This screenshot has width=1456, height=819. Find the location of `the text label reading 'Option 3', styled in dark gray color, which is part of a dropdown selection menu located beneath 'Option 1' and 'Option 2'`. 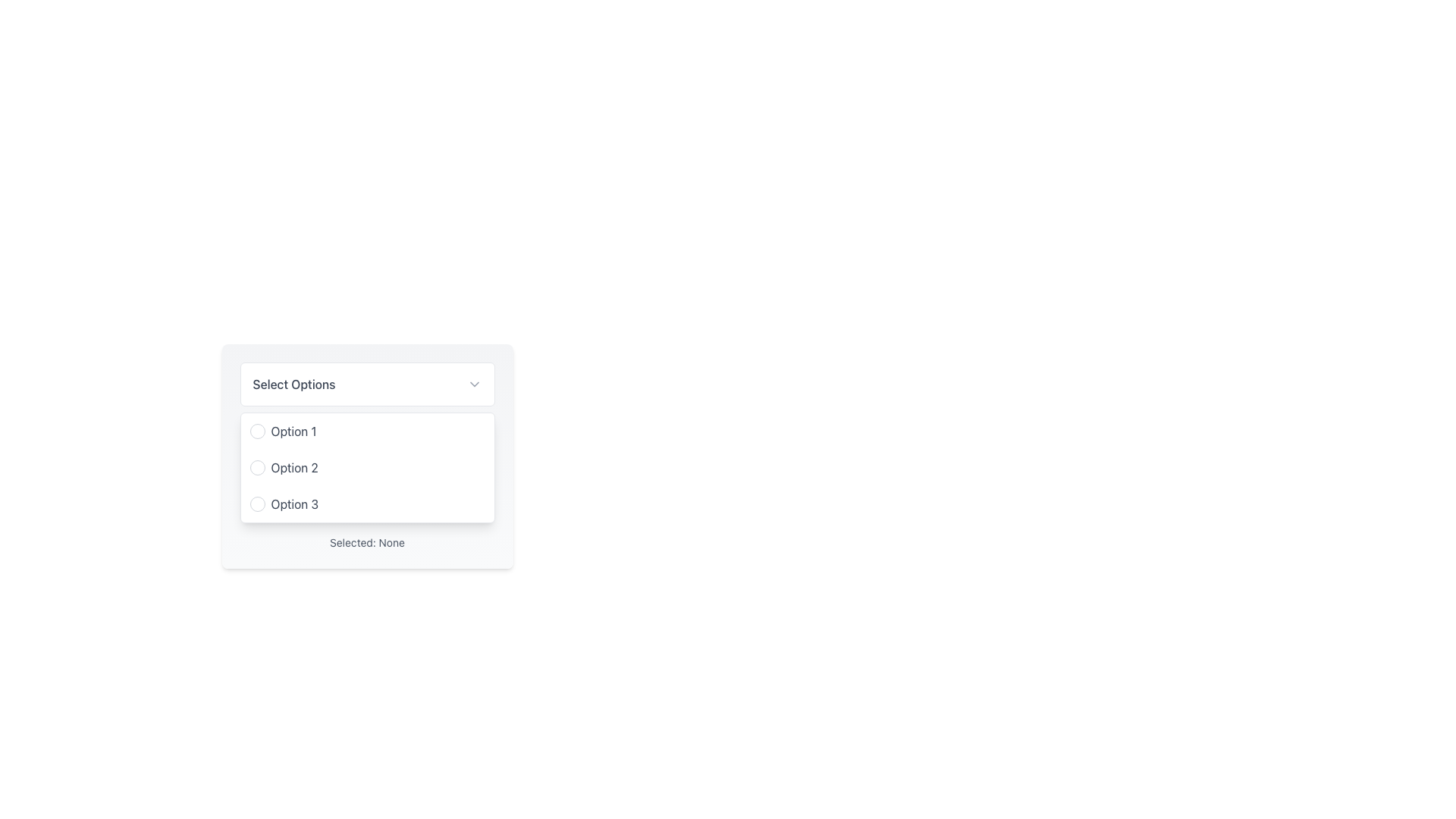

the text label reading 'Option 3', styled in dark gray color, which is part of a dropdown selection menu located beneath 'Option 1' and 'Option 2' is located at coordinates (294, 504).